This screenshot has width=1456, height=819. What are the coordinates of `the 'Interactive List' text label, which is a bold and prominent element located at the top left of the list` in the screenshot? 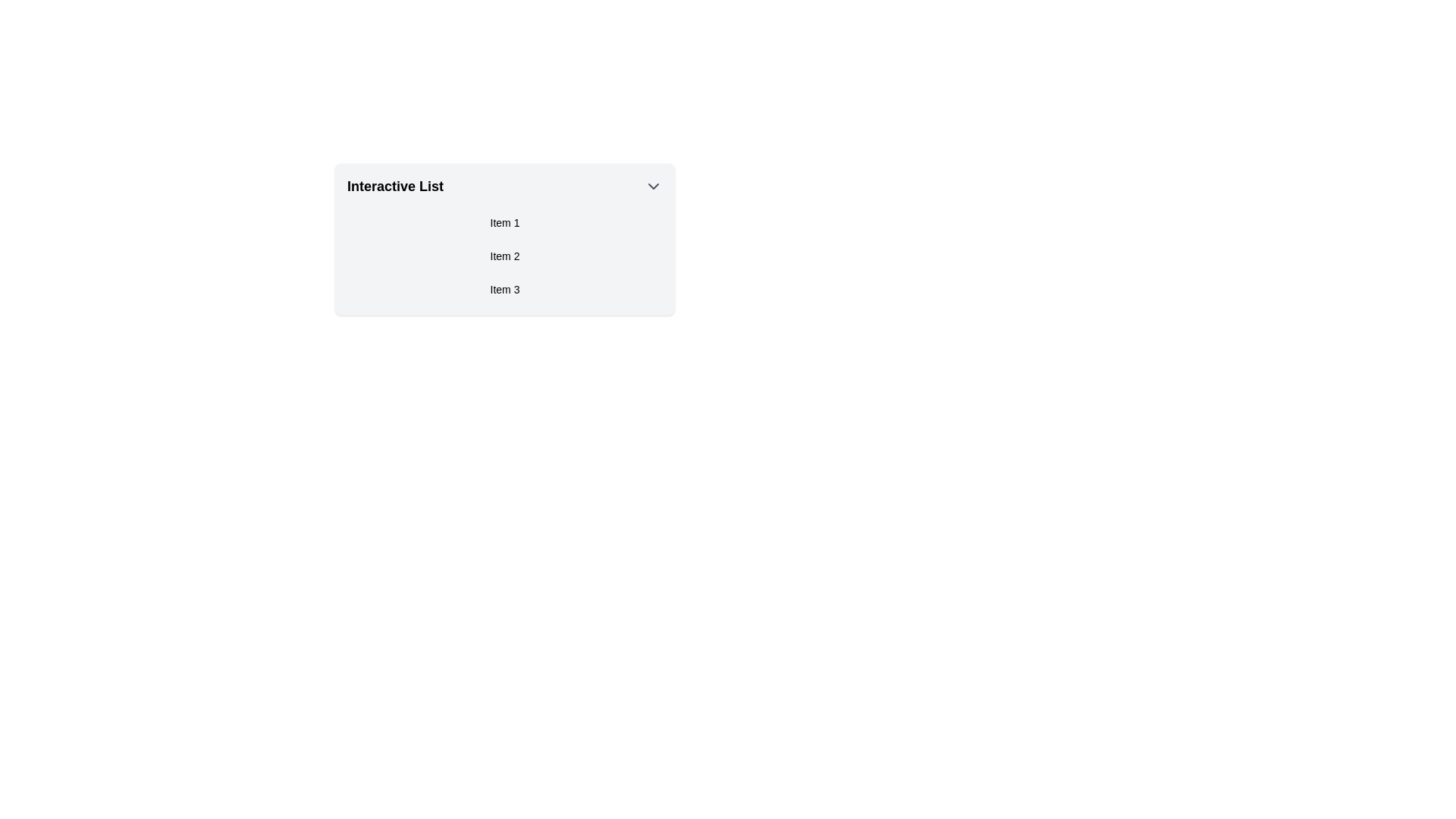 It's located at (395, 186).